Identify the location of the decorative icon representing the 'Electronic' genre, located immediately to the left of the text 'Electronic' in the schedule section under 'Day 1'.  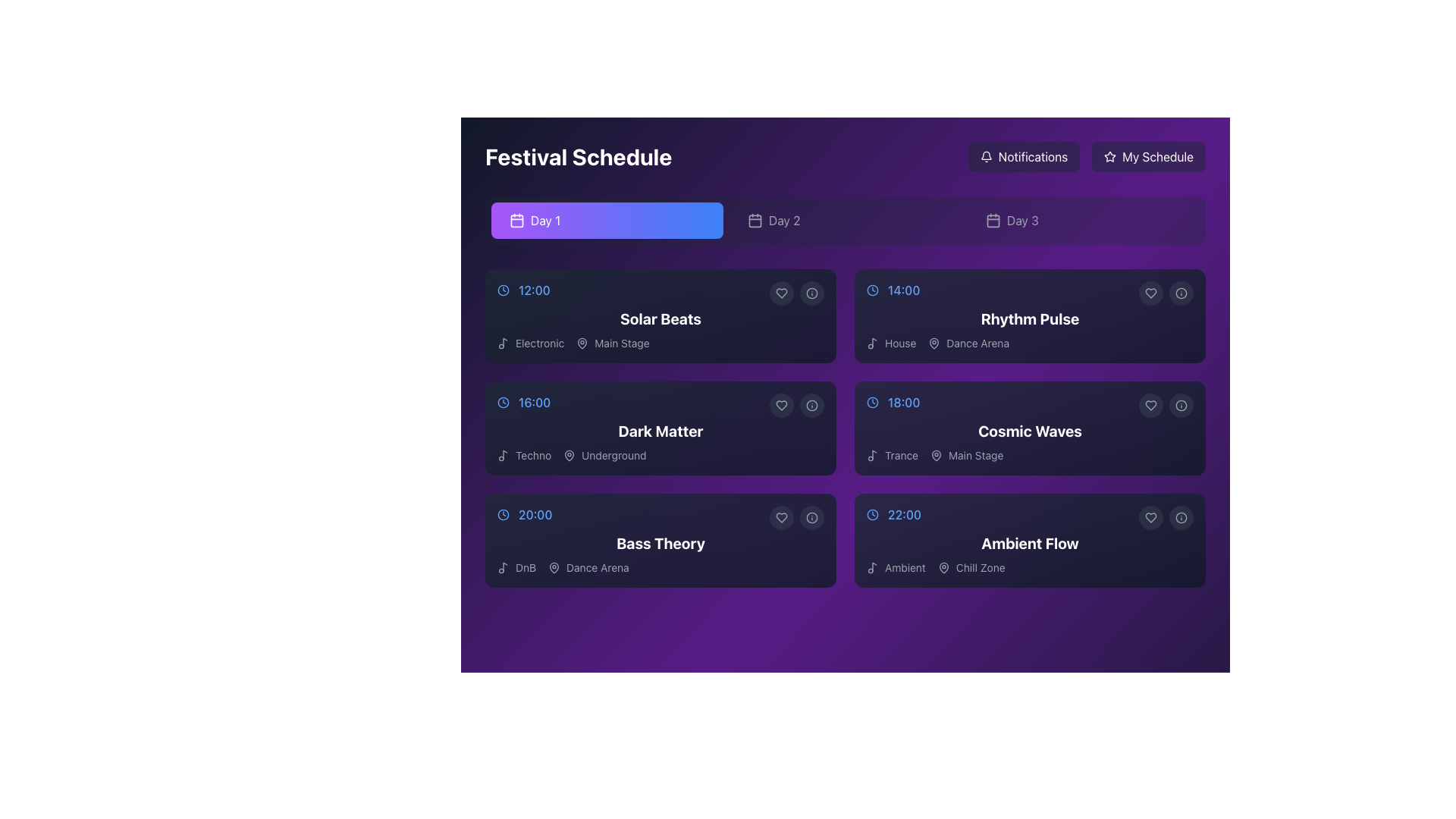
(503, 343).